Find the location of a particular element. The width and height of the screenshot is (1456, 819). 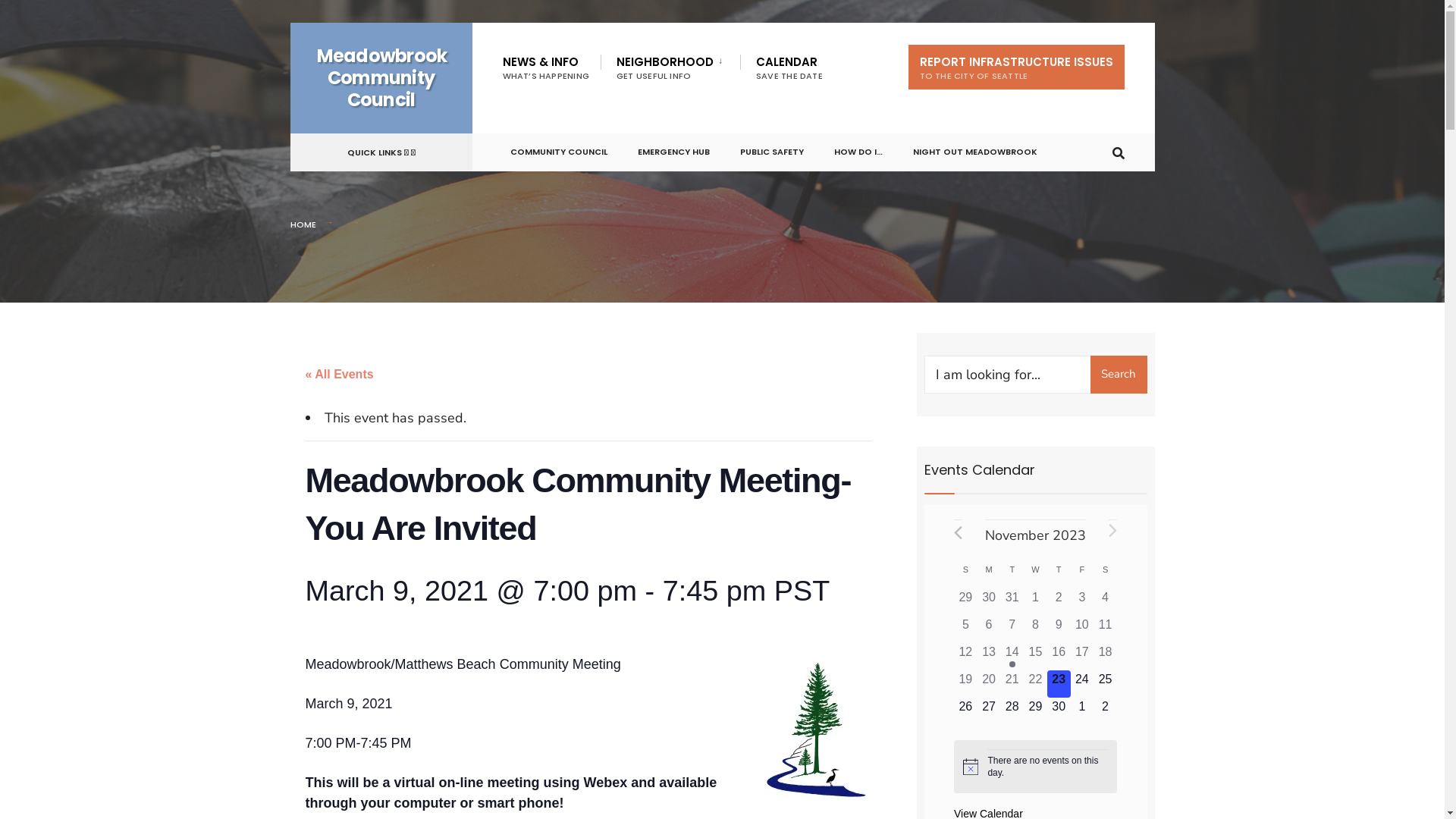

'0 events, is located at coordinates (1034, 684).